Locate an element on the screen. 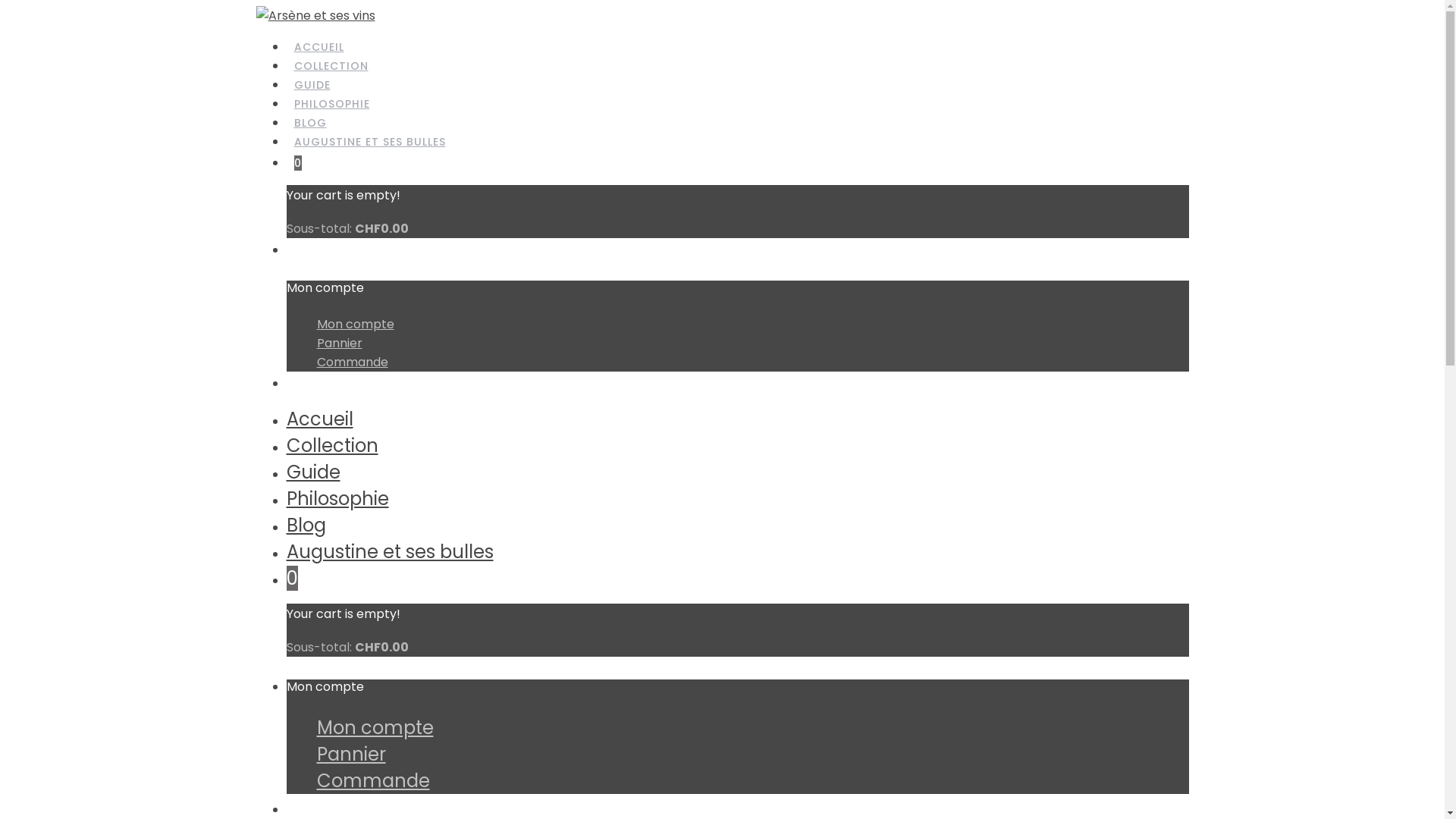 This screenshot has width=1456, height=819. 'Mon compte' is located at coordinates (355, 323).